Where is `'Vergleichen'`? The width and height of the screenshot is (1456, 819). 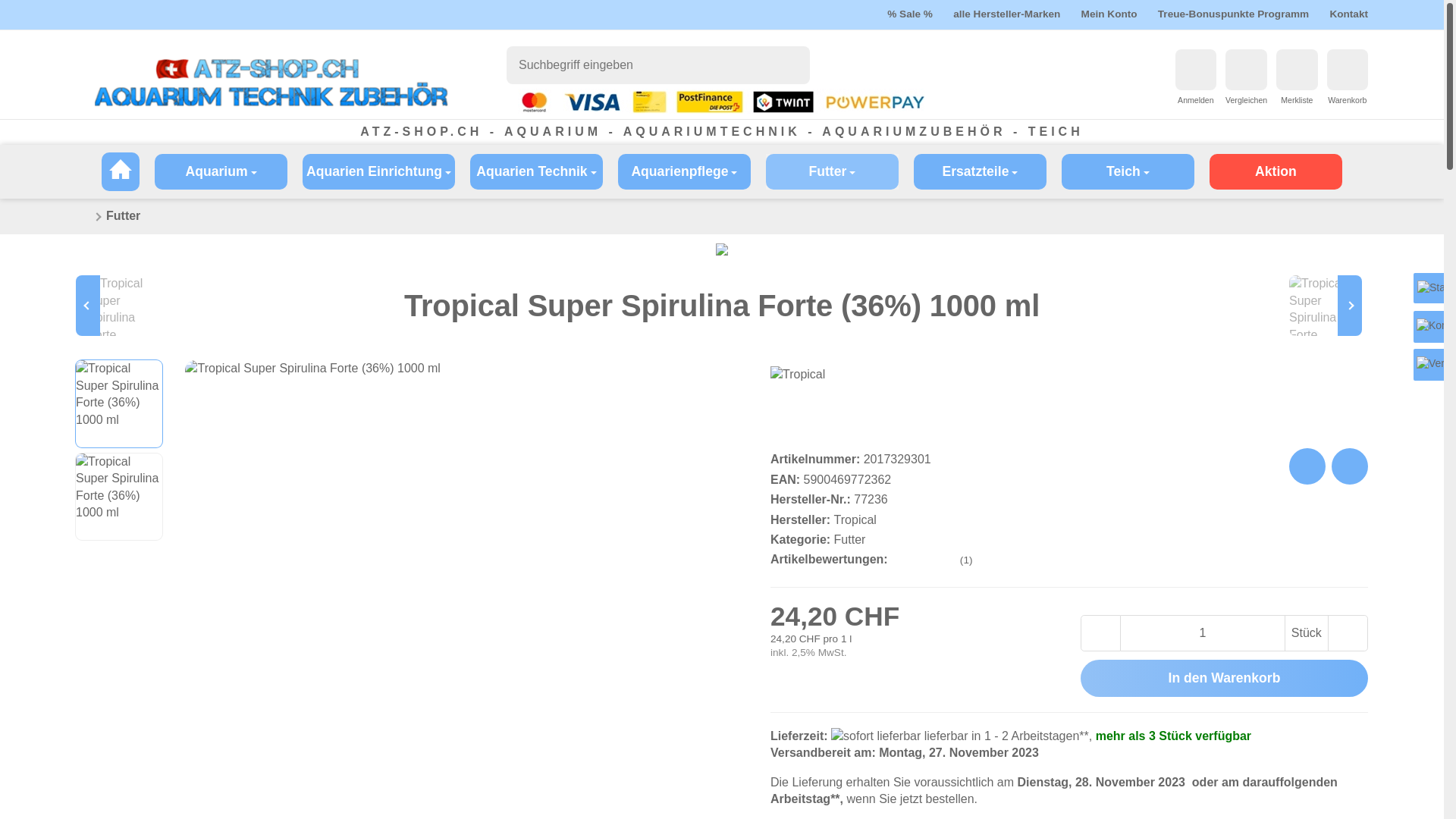 'Vergleichen' is located at coordinates (1225, 100).